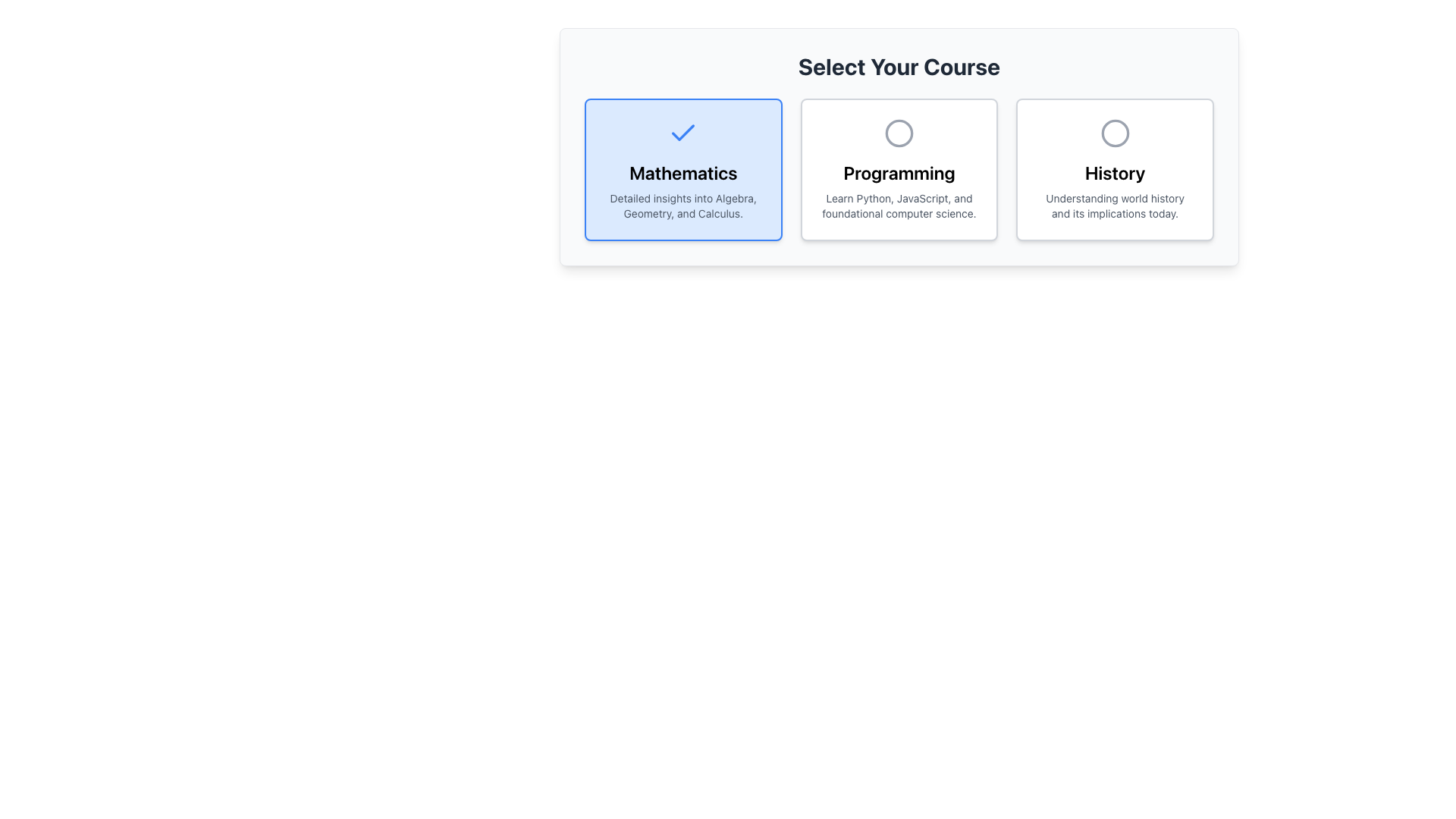  I want to click on the circular gray outlined icon located at the top-center of the 'History' card, which contains the title 'History' and the description 'Understanding world history and its implications today.', so click(1115, 133).